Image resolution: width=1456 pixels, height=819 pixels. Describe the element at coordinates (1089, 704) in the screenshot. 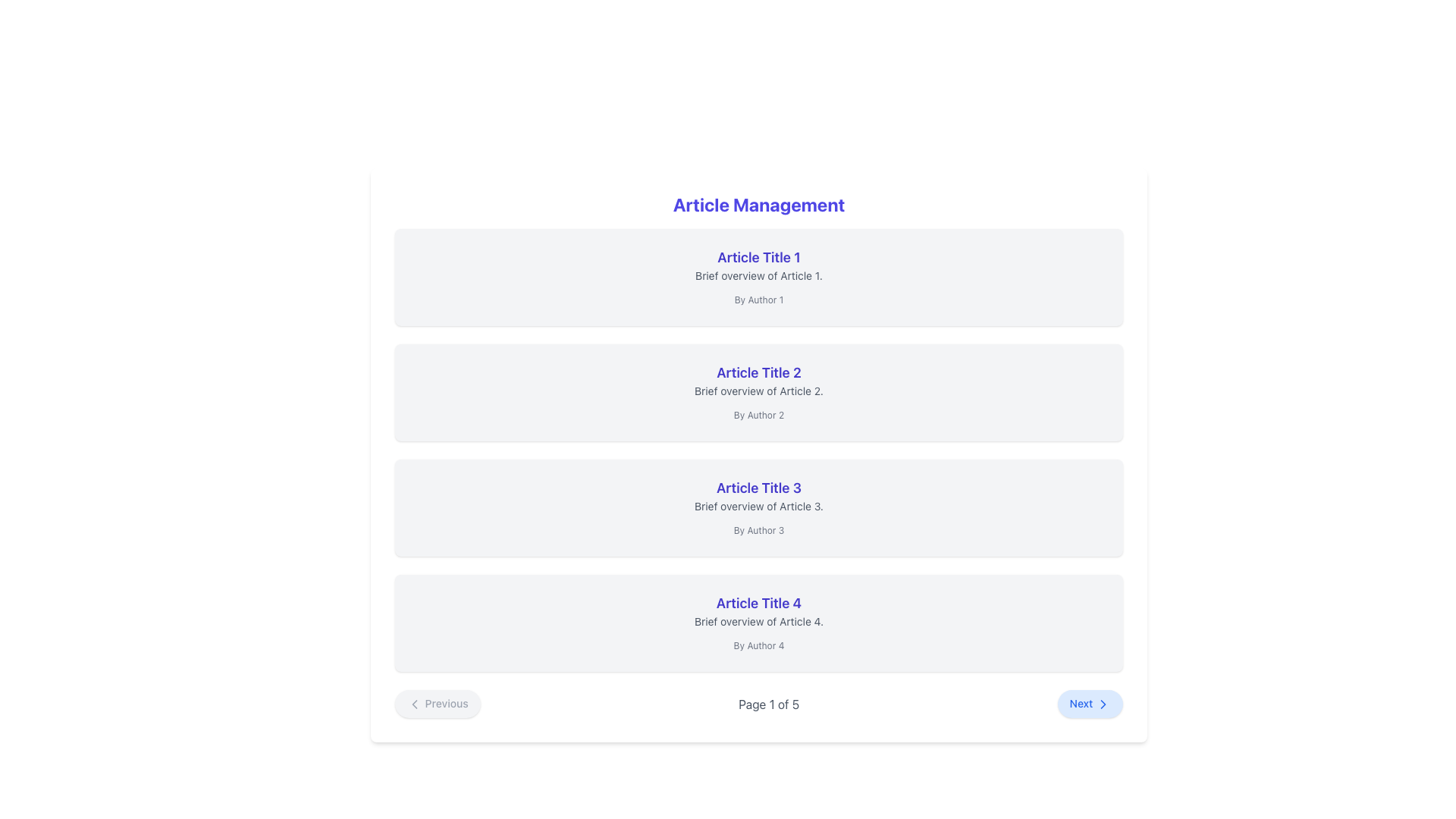

I see `the 'Next' button, which is a rounded button with a light blue background and bold blue text that reads 'Next', to trigger hover effects` at that location.